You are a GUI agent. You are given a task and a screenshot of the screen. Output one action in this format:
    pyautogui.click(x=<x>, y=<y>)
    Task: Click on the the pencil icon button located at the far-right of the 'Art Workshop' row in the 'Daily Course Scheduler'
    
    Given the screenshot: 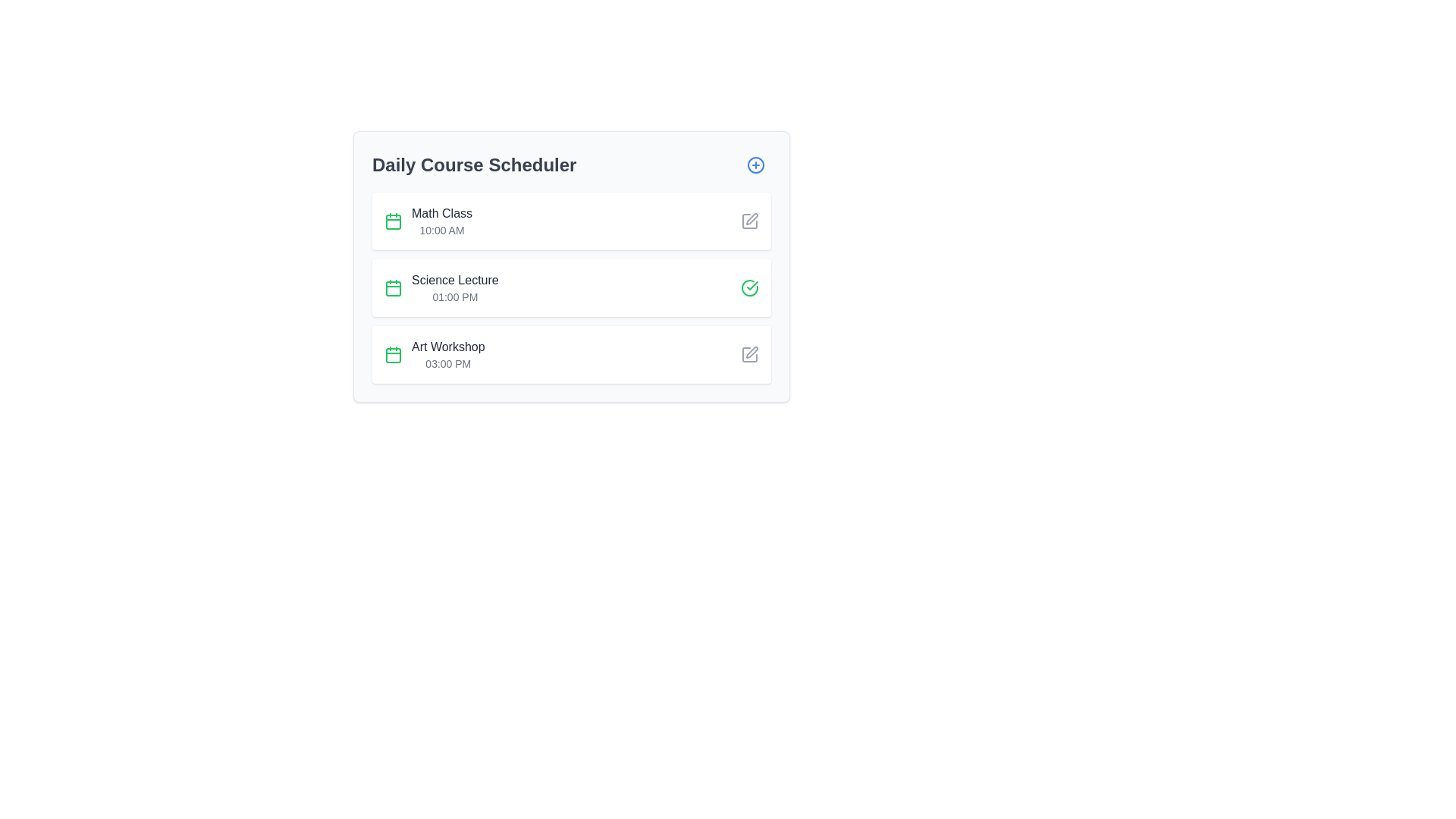 What is the action you would take?
    pyautogui.click(x=749, y=354)
    